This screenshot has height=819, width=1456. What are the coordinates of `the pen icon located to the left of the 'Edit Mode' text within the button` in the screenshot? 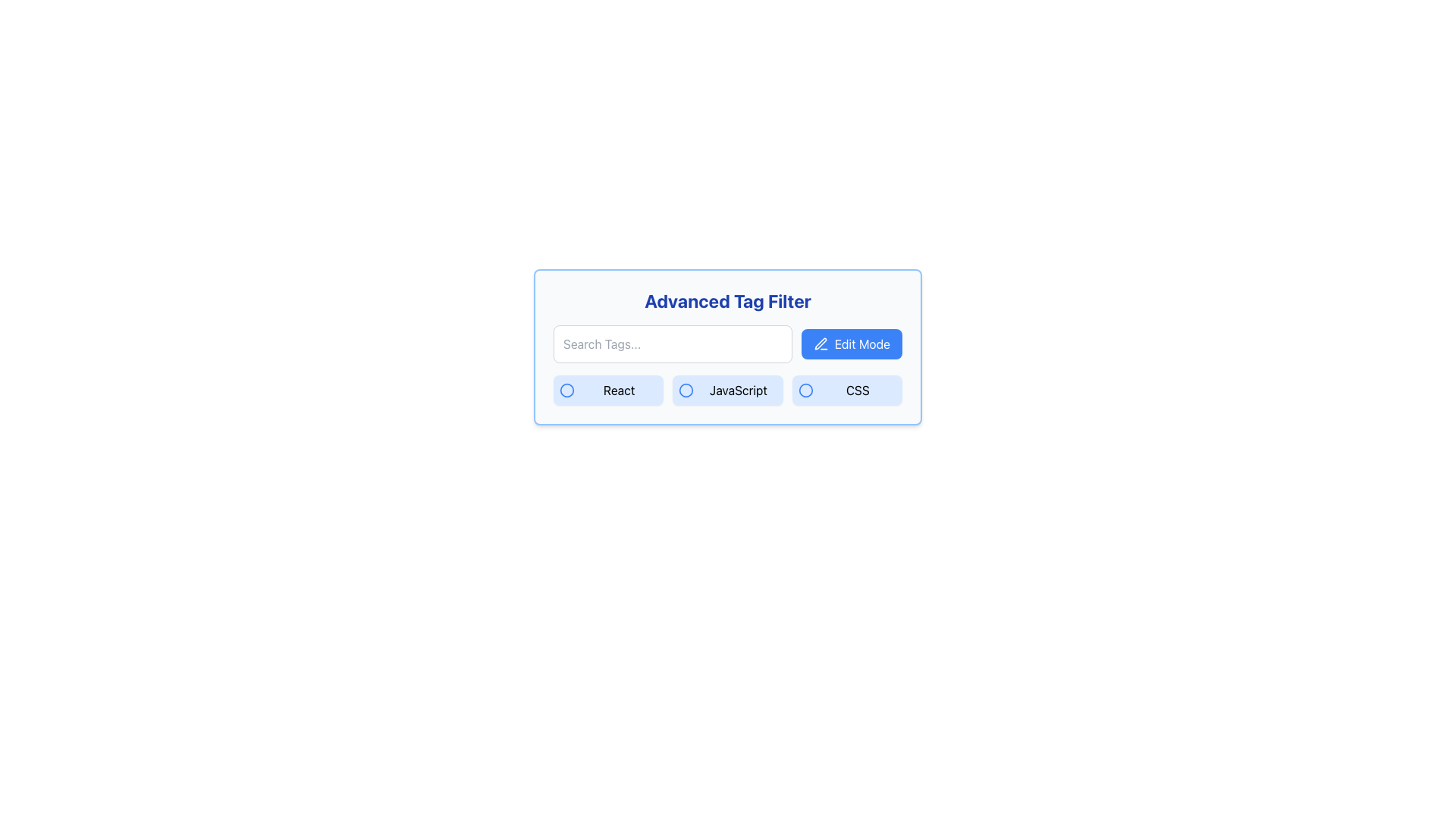 It's located at (820, 344).